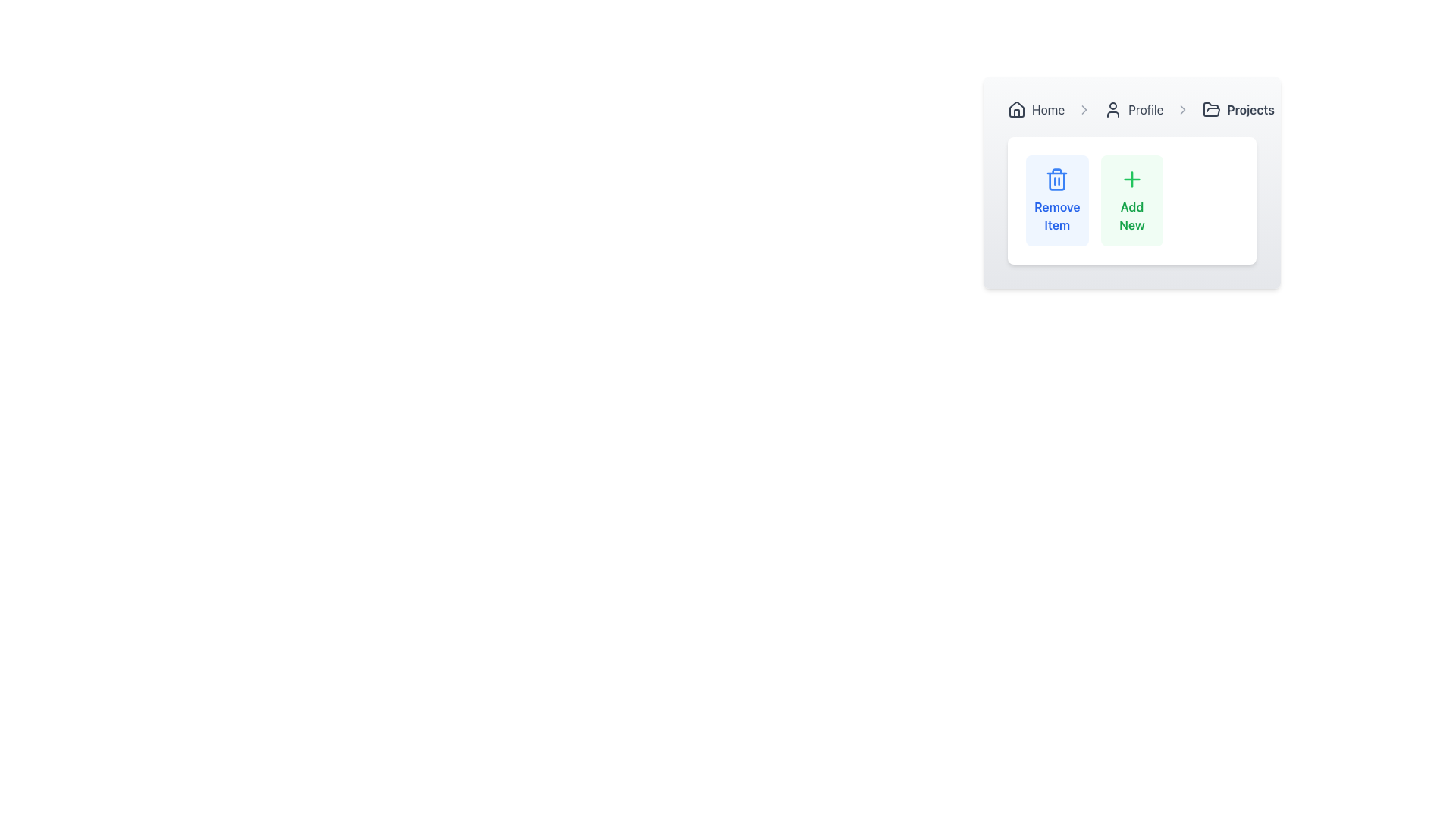 The height and width of the screenshot is (819, 1456). What do you see at coordinates (1131, 178) in the screenshot?
I see `the Icon within the 'Add New' button, which is the second button in a horizontally-aligned pair of buttons under the breadcrumb navigation, located to the right of the 'Remove Item' button` at bounding box center [1131, 178].